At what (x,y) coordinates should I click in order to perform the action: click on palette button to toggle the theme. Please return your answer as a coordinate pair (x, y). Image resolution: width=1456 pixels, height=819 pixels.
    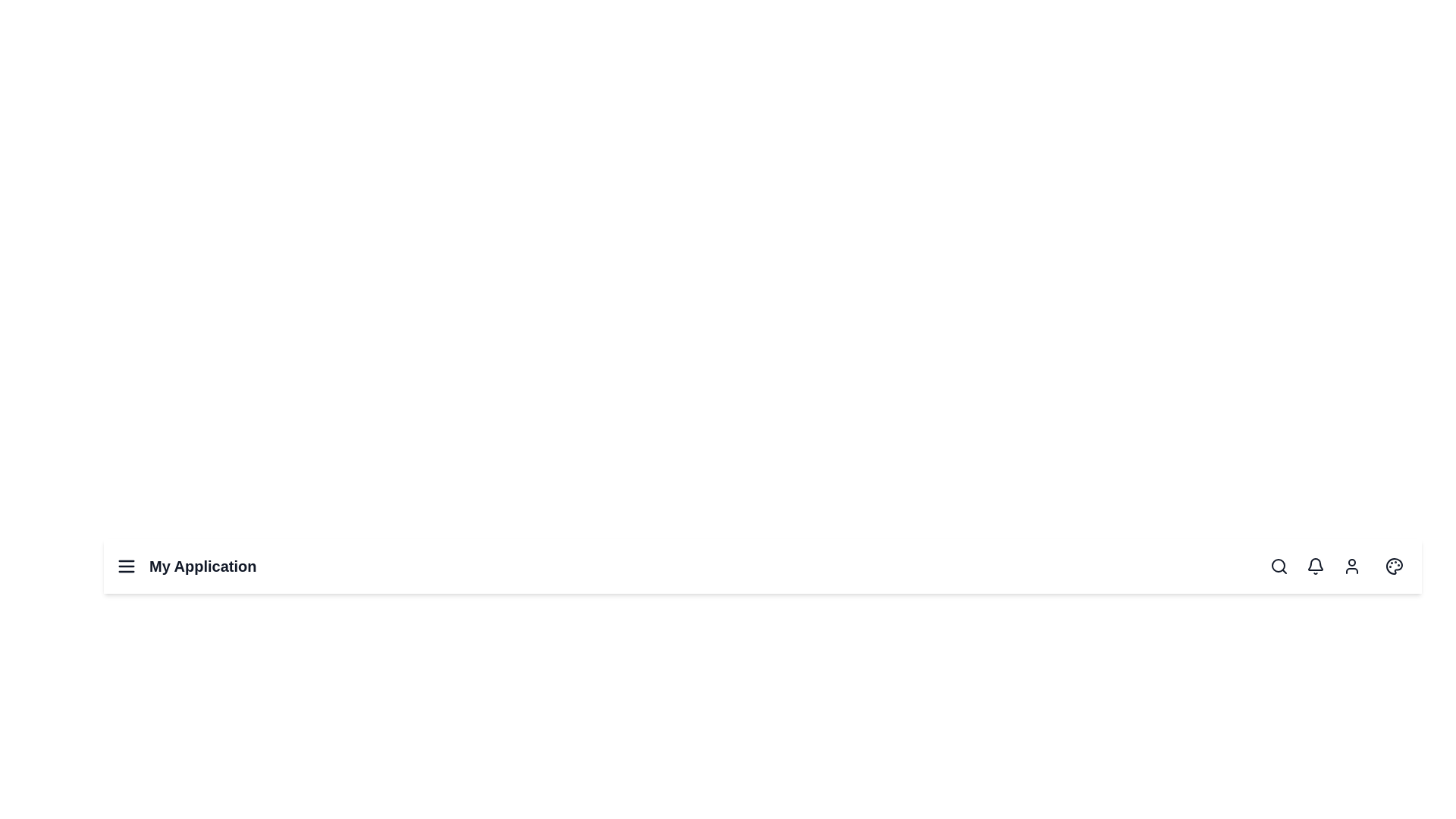
    Looking at the image, I should click on (1394, 566).